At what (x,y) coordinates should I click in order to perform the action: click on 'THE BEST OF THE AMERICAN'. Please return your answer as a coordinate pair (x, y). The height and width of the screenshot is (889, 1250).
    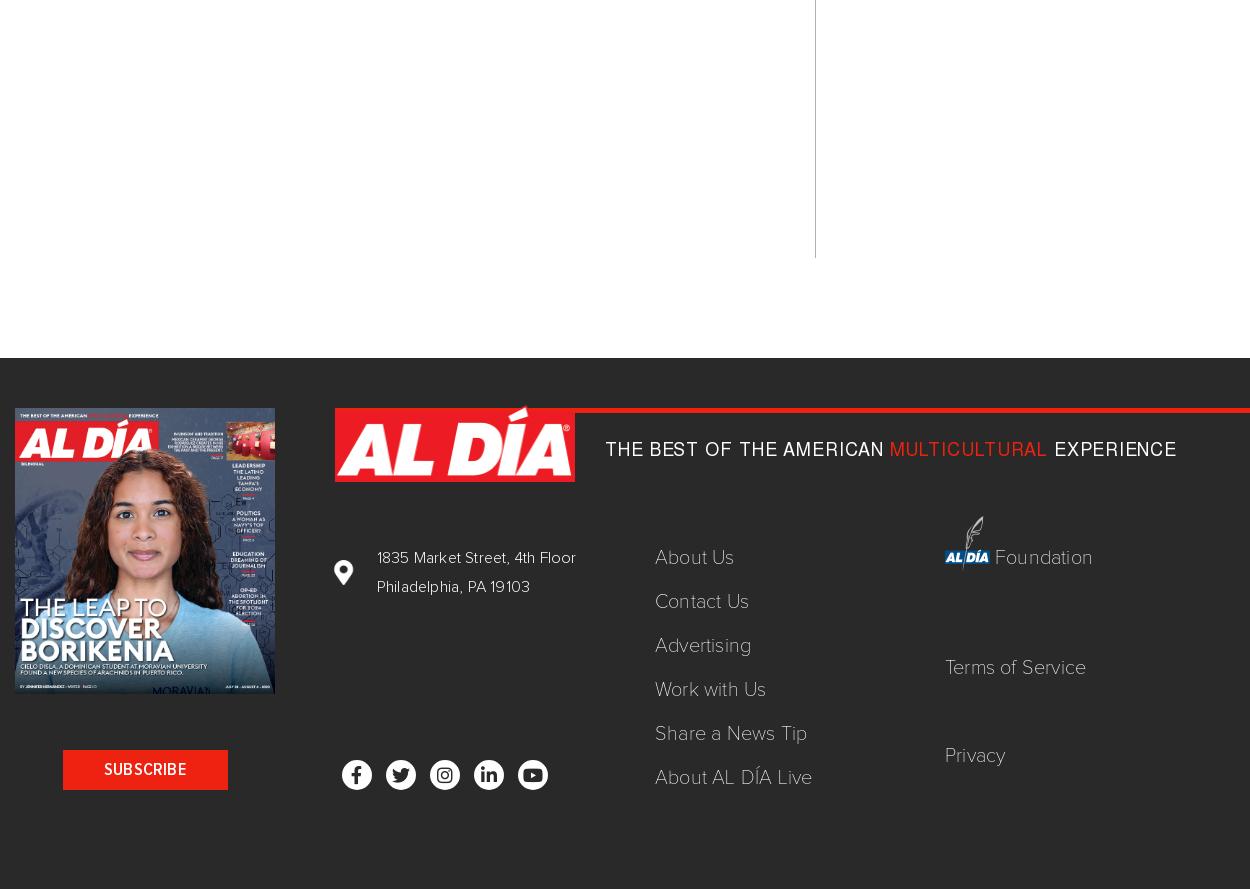
    Looking at the image, I should click on (746, 450).